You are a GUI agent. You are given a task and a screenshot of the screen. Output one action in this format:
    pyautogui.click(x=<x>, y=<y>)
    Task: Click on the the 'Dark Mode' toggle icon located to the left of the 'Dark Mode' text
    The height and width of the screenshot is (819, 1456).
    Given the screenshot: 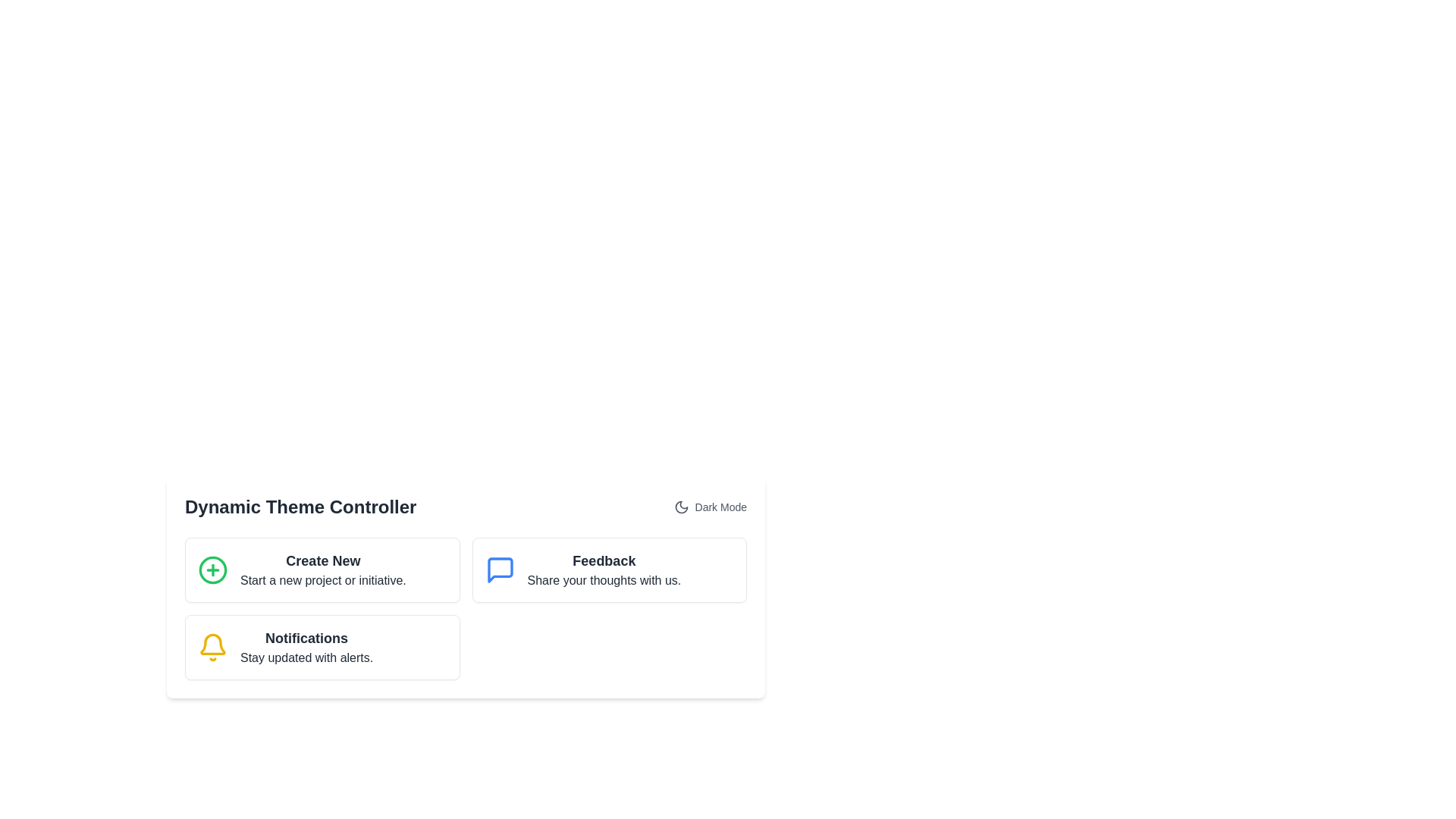 What is the action you would take?
    pyautogui.click(x=680, y=507)
    